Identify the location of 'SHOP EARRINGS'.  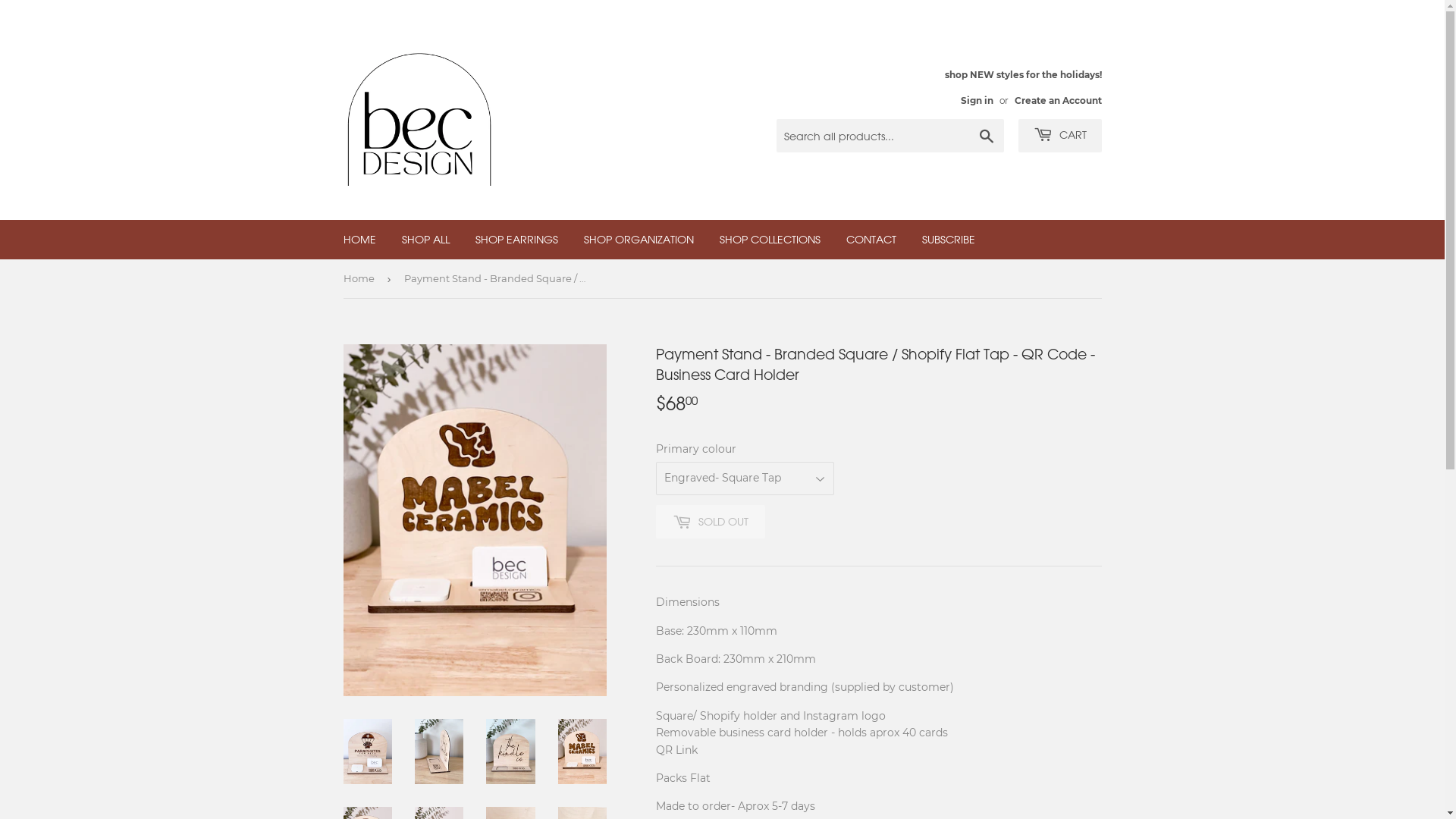
(516, 239).